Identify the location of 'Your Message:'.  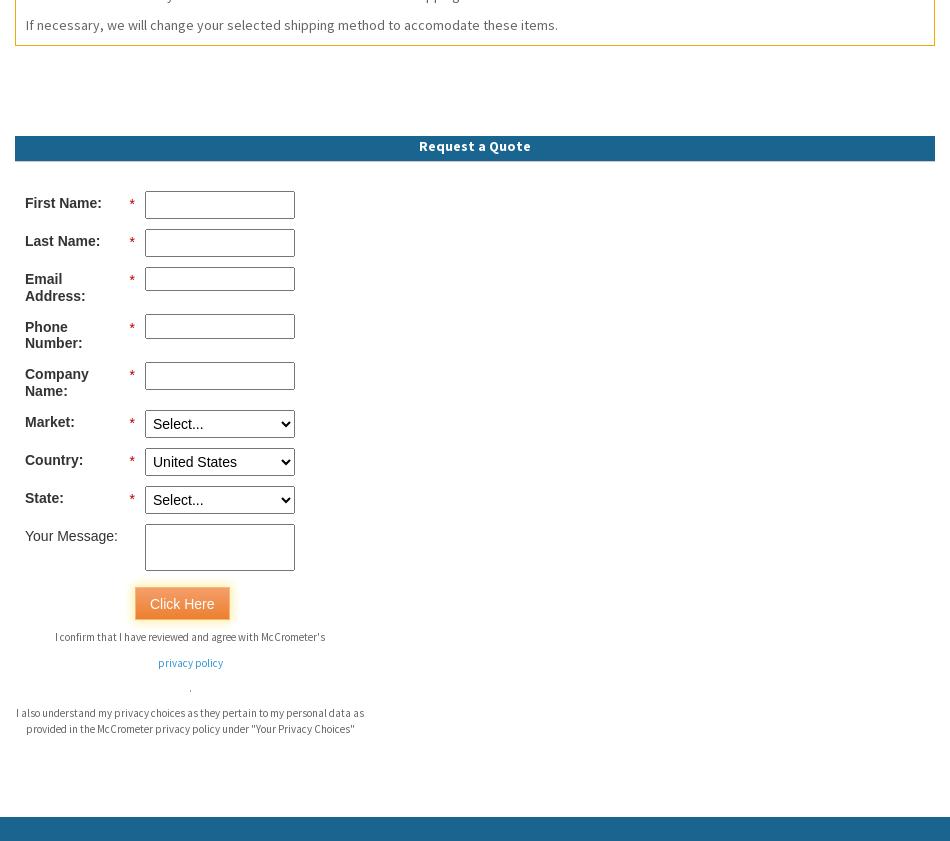
(70, 535).